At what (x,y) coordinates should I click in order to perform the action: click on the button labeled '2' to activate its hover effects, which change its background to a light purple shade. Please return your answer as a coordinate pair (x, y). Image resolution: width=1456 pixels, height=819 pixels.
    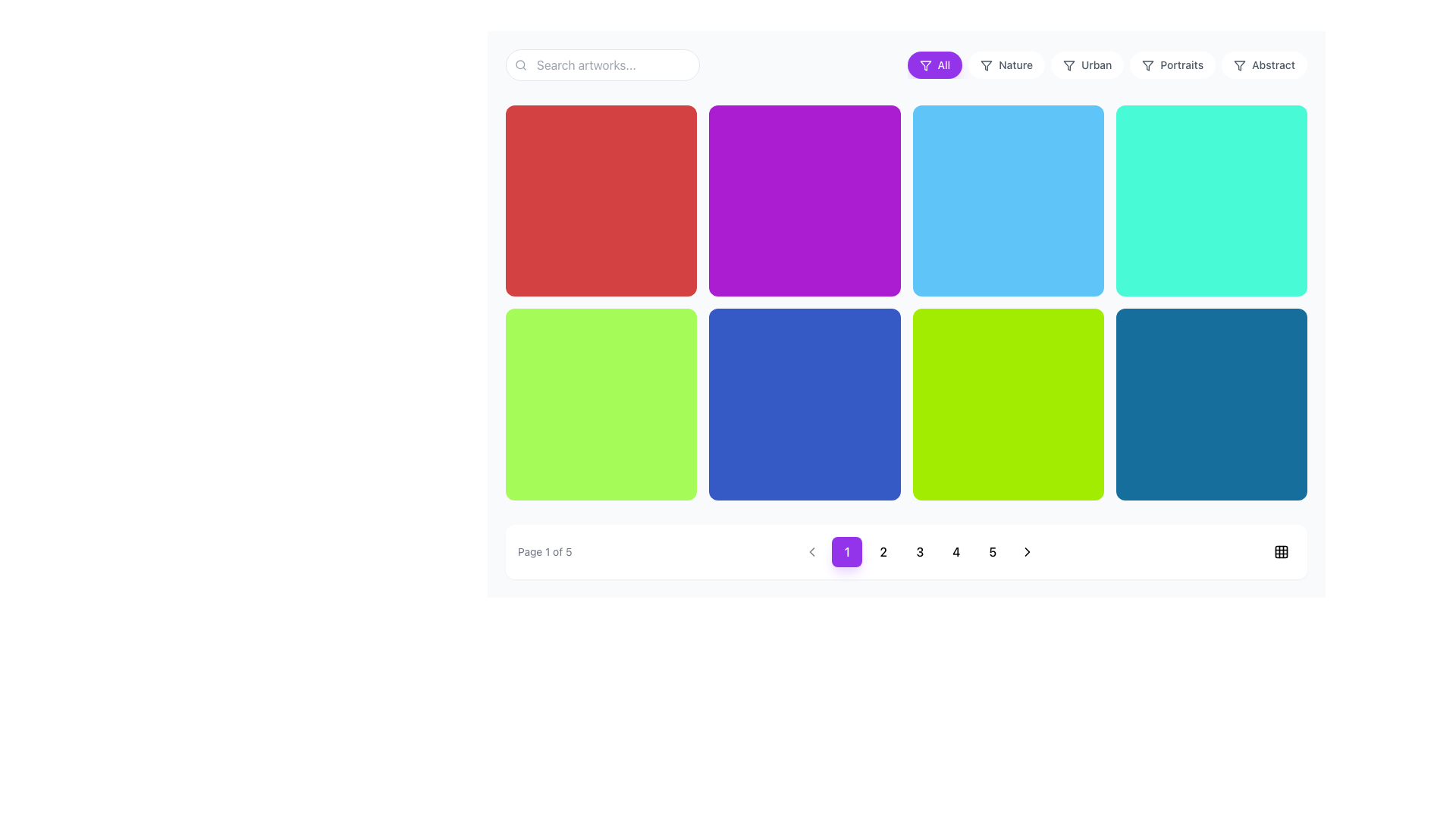
    Looking at the image, I should click on (883, 551).